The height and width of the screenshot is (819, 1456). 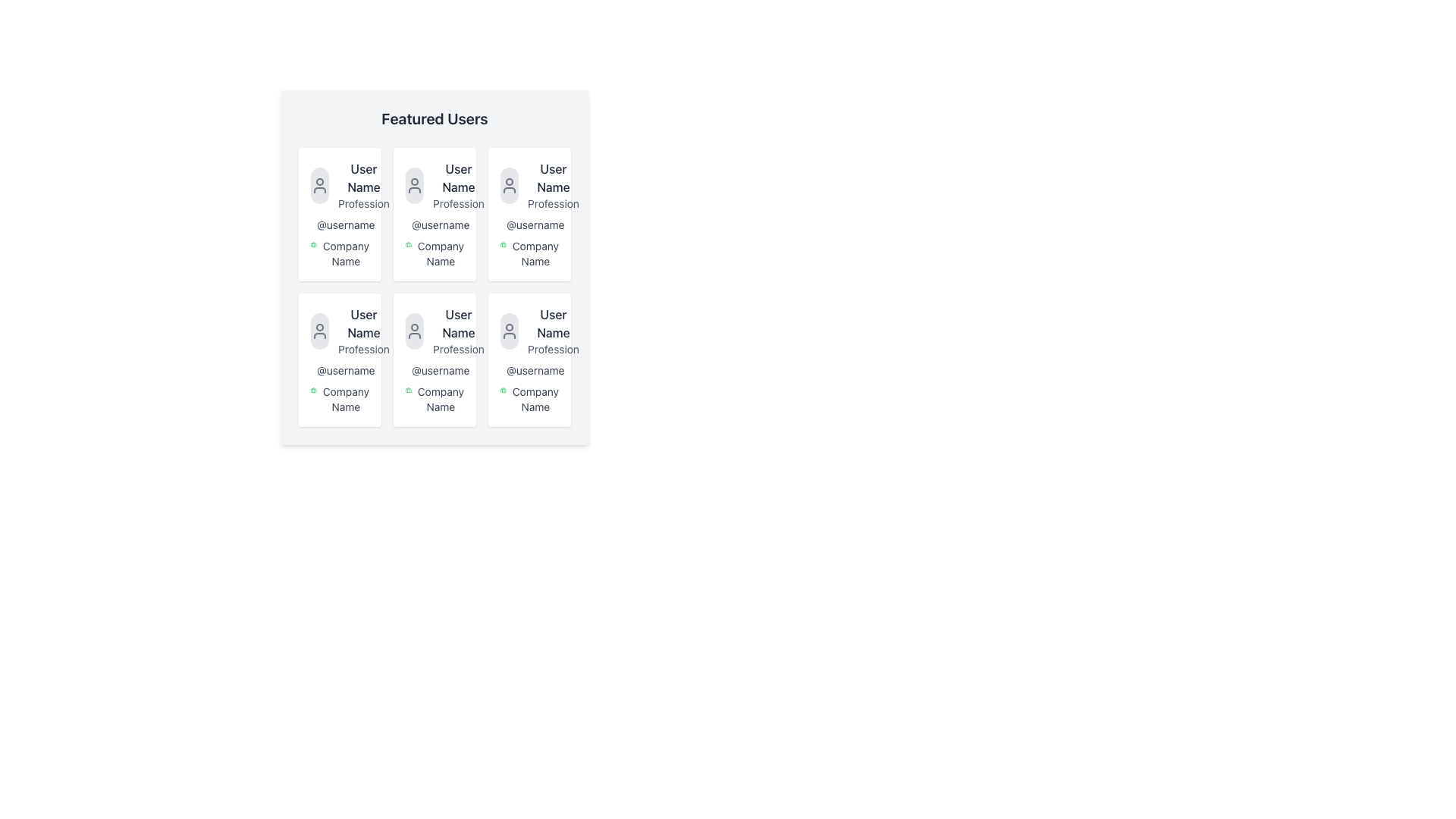 What do you see at coordinates (529, 371) in the screenshot?
I see `the username text label located in the user profile card at the bottom-right, which displays the user's handle` at bounding box center [529, 371].